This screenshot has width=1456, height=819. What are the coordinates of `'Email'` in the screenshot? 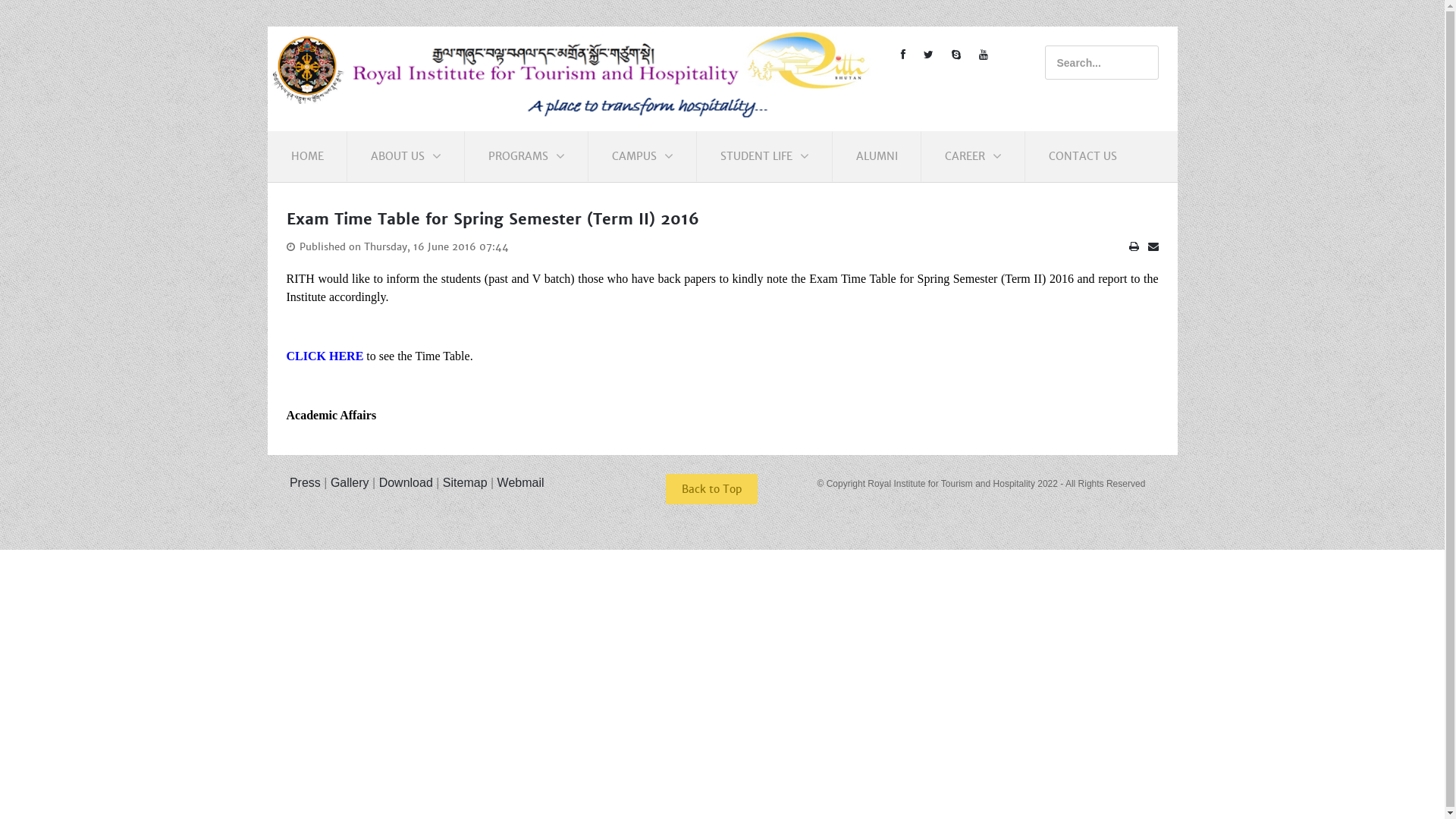 It's located at (1153, 245).